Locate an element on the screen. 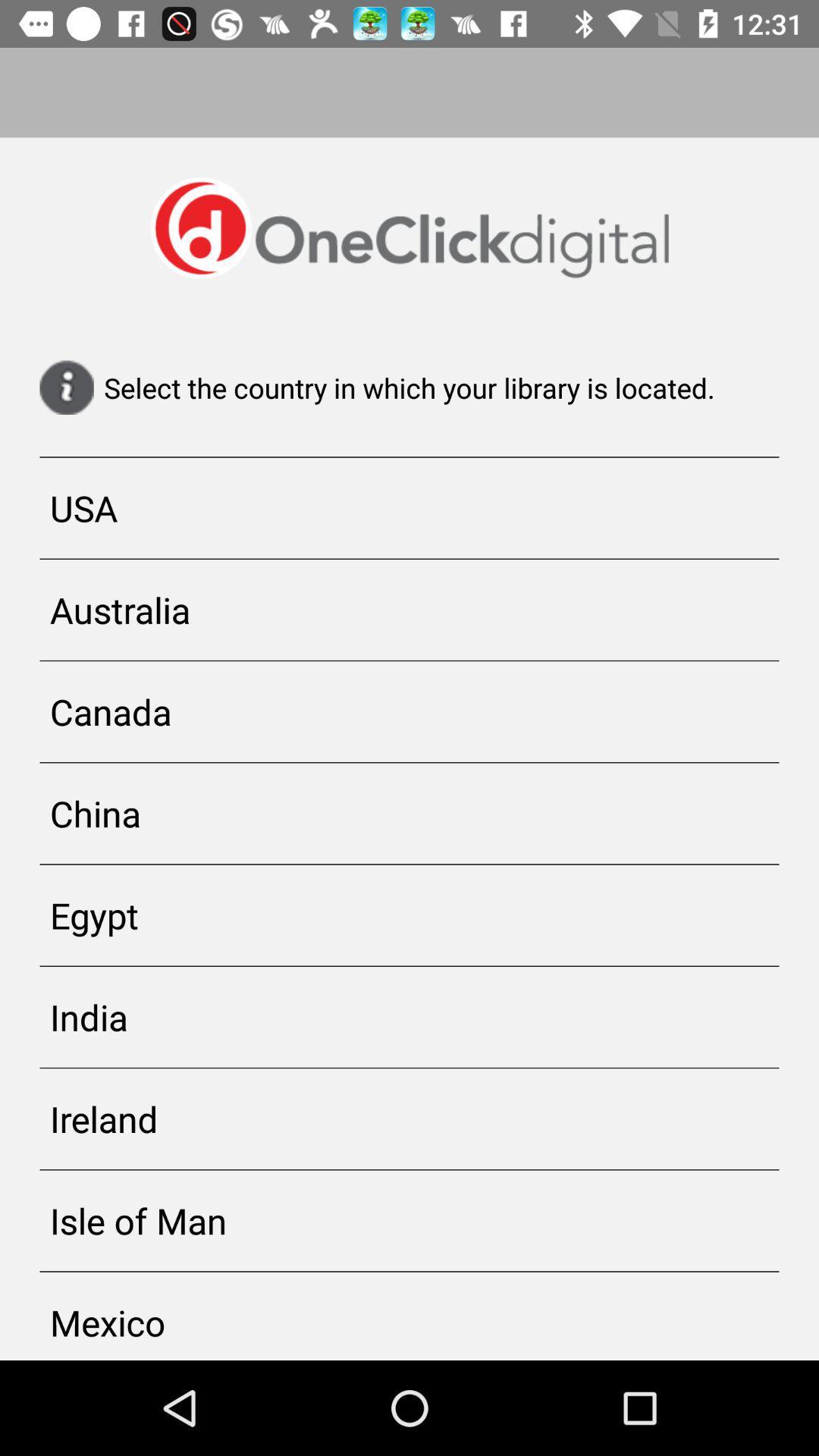 Image resolution: width=819 pixels, height=1456 pixels. app above isle of man item is located at coordinates (409, 1119).